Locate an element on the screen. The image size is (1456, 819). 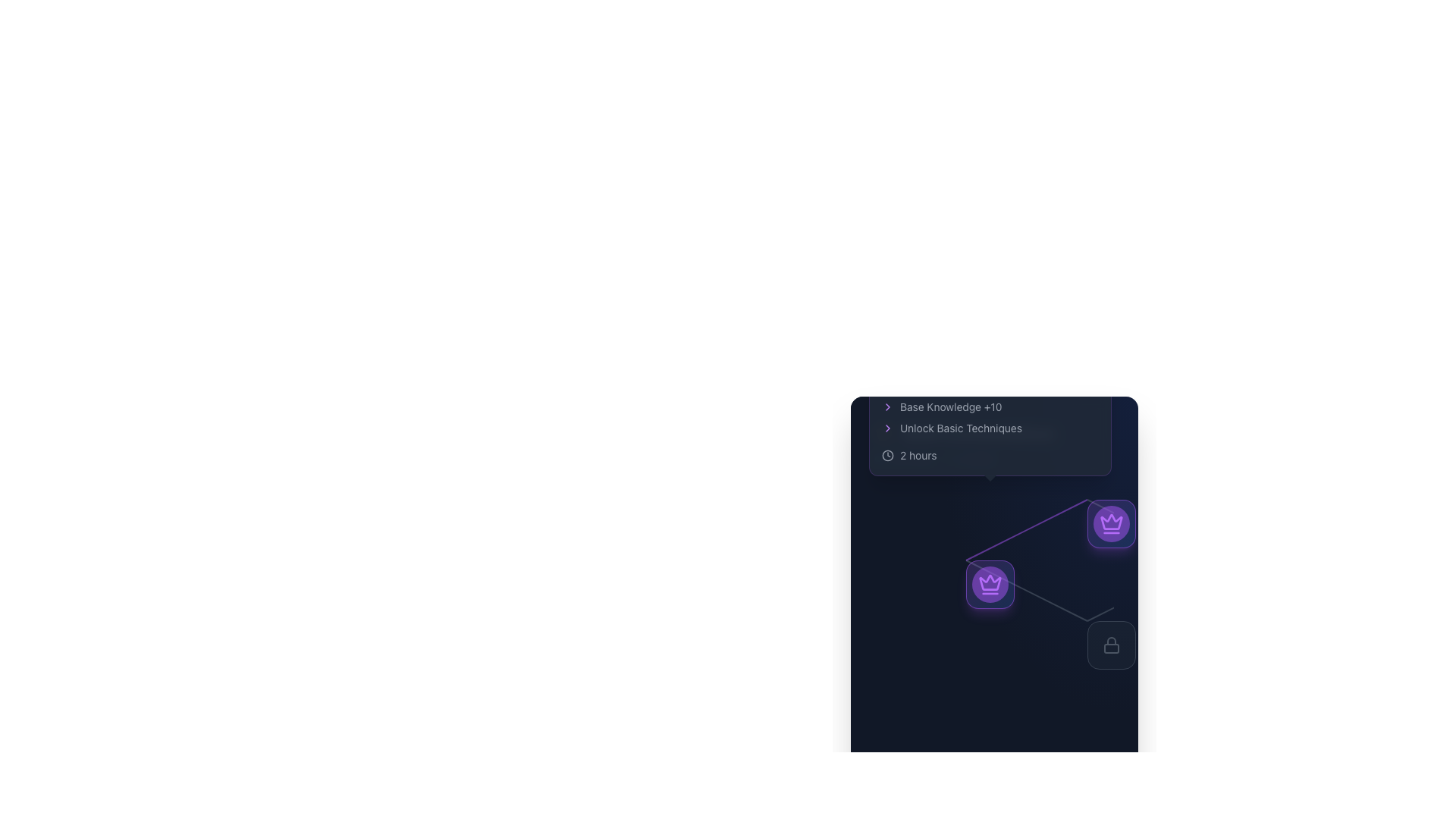
the circular icon with a purple background gradient and a white crown symbol, located at the bottom-left of the progression chart is located at coordinates (990, 584).